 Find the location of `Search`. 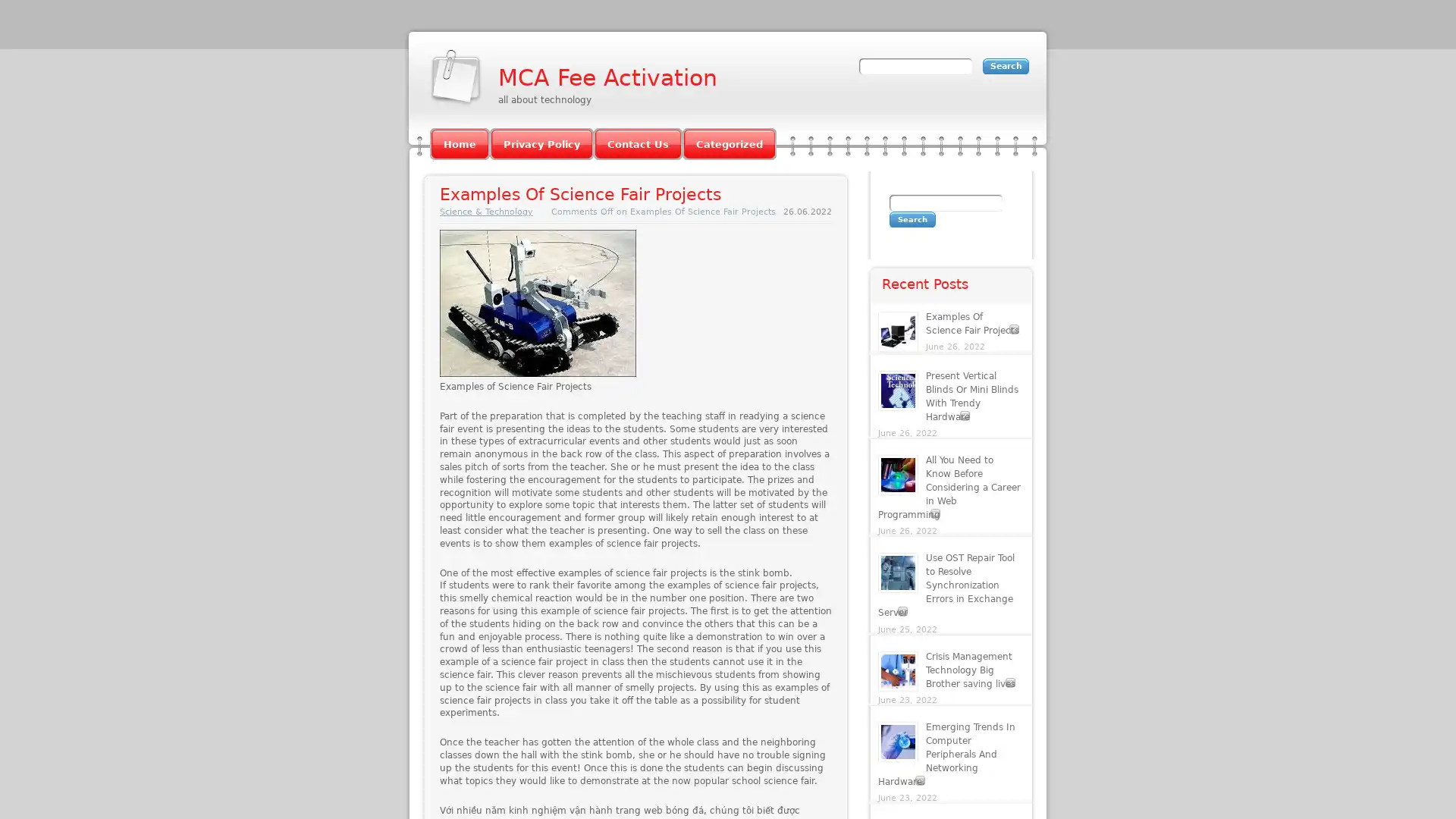

Search is located at coordinates (1006, 65).